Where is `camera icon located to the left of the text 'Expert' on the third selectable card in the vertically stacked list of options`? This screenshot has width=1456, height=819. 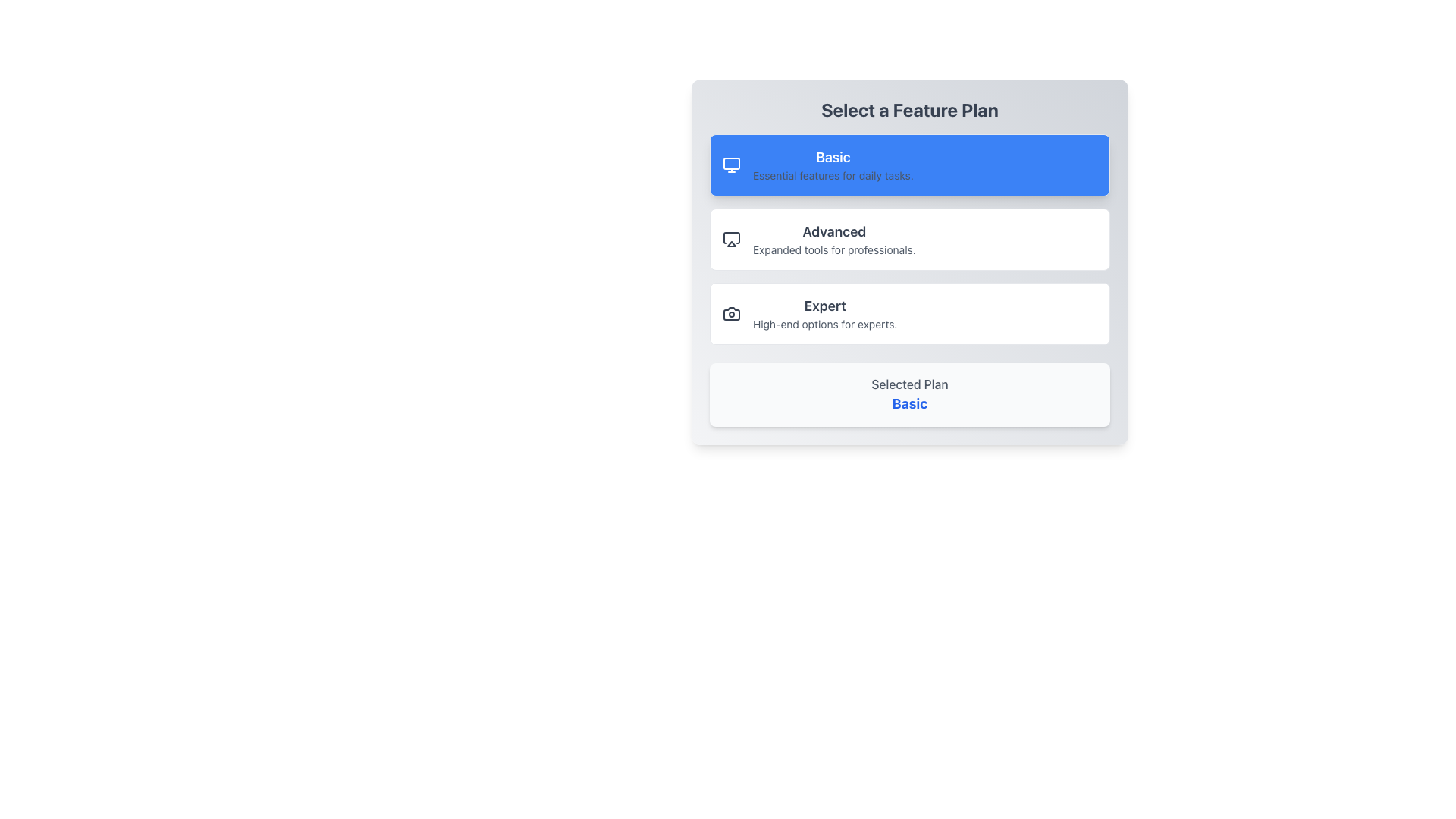
camera icon located to the left of the text 'Expert' on the third selectable card in the vertically stacked list of options is located at coordinates (731, 312).